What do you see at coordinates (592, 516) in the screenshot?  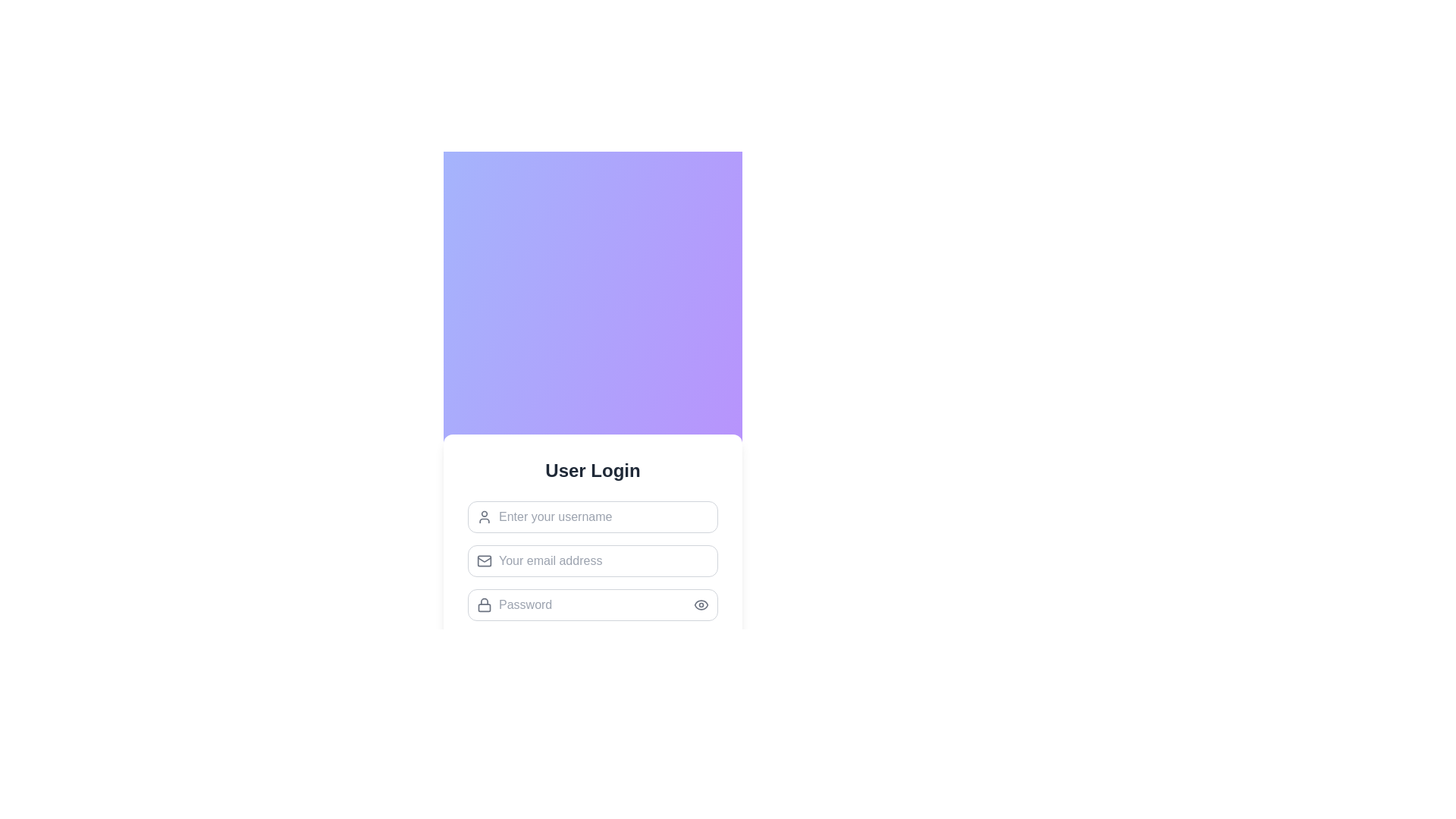 I see `the text input field for entering the username, which has a placeholder text 'Enter your username', to focus on it` at bounding box center [592, 516].